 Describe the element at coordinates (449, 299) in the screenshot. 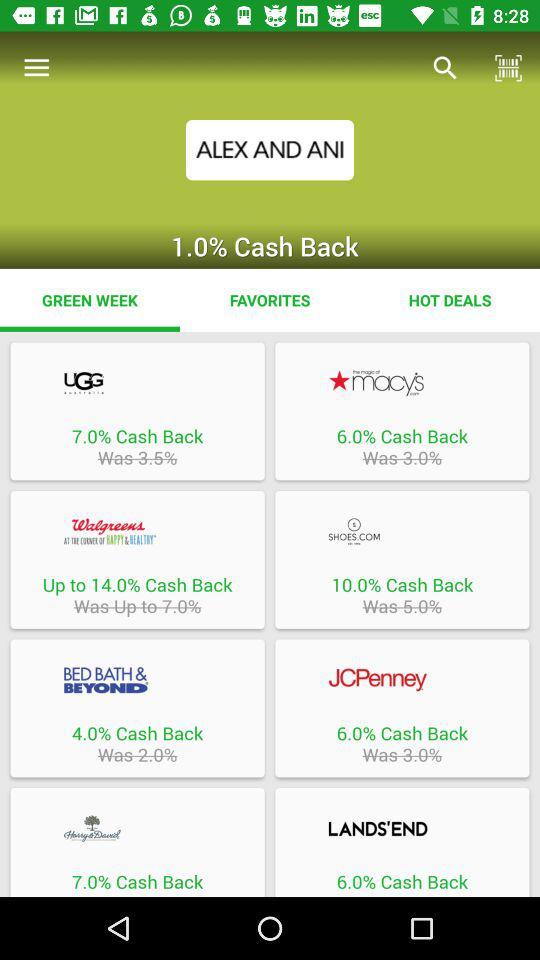

I see `hot deals` at that location.